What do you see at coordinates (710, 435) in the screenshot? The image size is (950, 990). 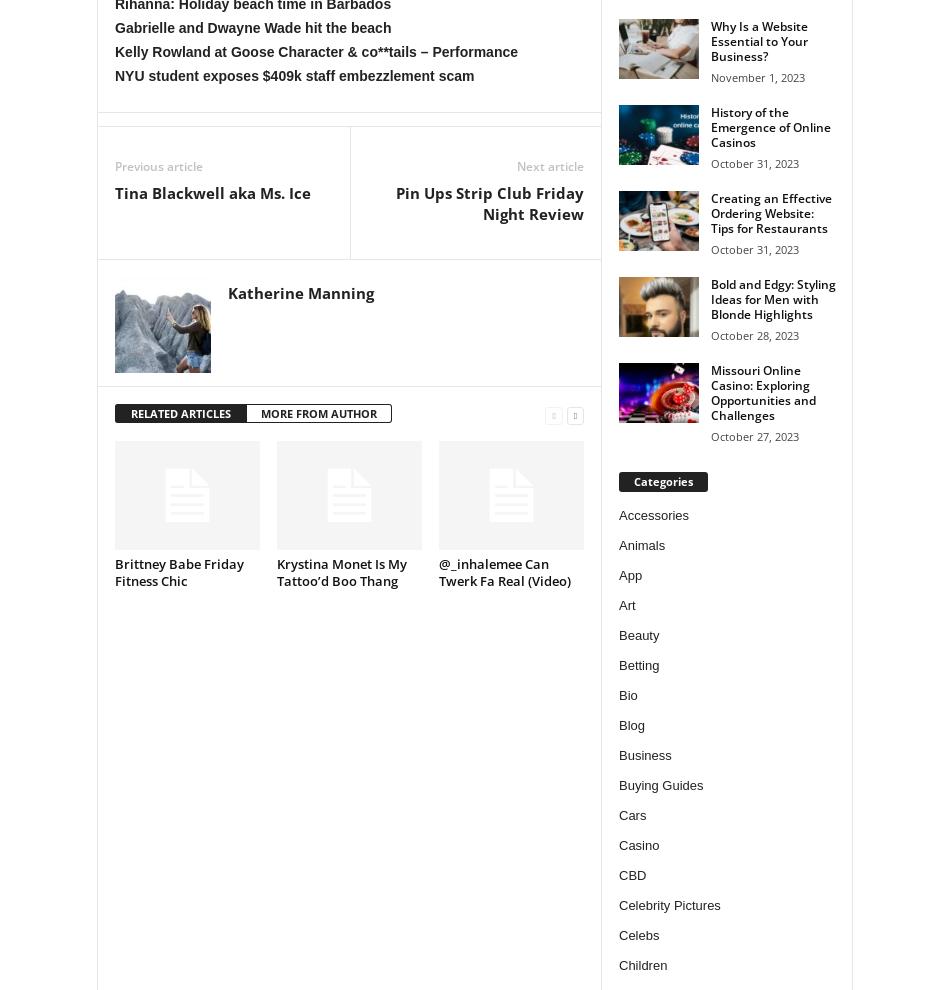 I see `'October 27, 2023'` at bounding box center [710, 435].